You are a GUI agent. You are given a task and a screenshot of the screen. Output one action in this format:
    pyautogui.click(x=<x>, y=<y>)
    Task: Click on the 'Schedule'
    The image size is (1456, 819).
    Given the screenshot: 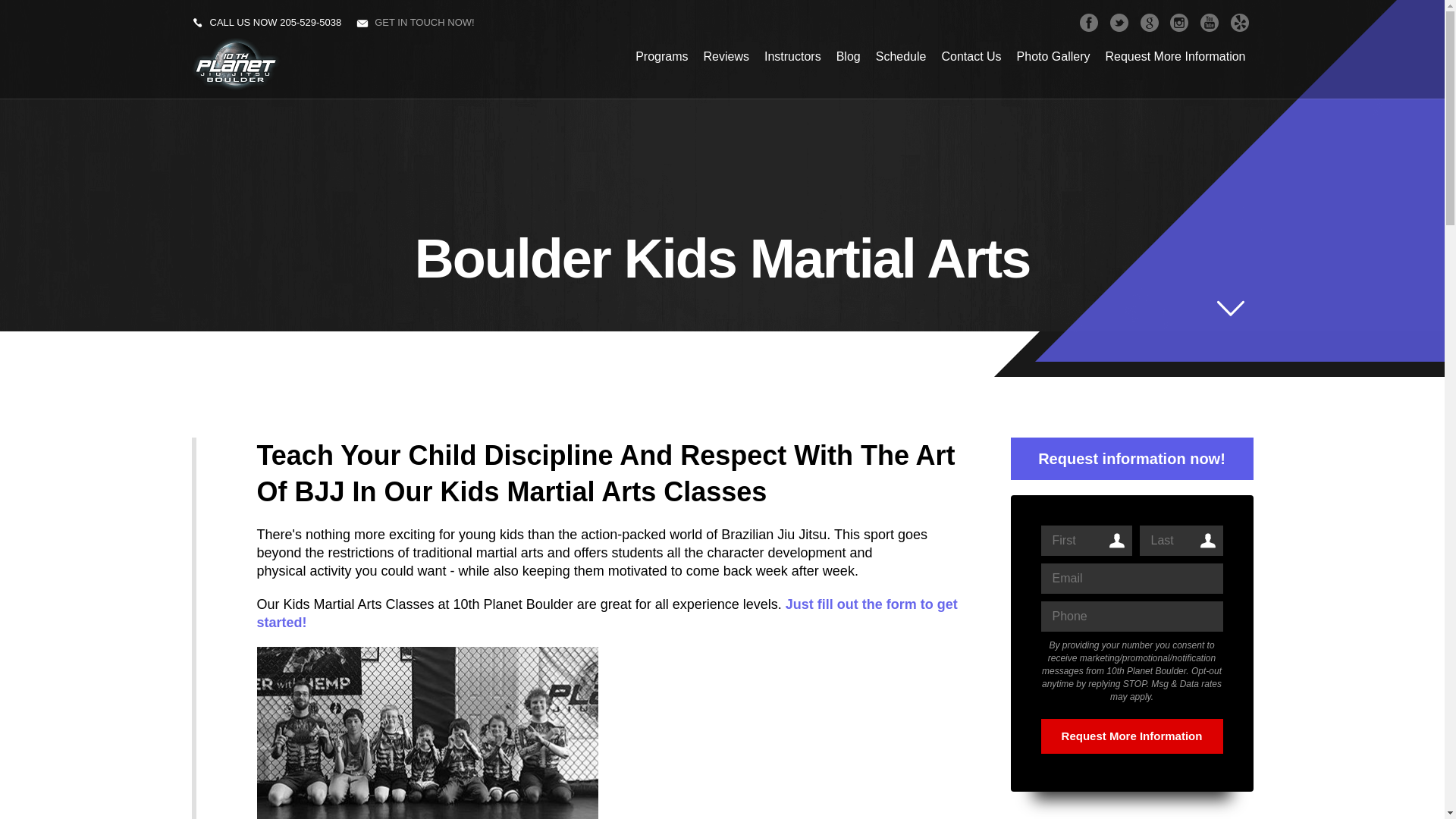 What is the action you would take?
    pyautogui.click(x=871, y=55)
    